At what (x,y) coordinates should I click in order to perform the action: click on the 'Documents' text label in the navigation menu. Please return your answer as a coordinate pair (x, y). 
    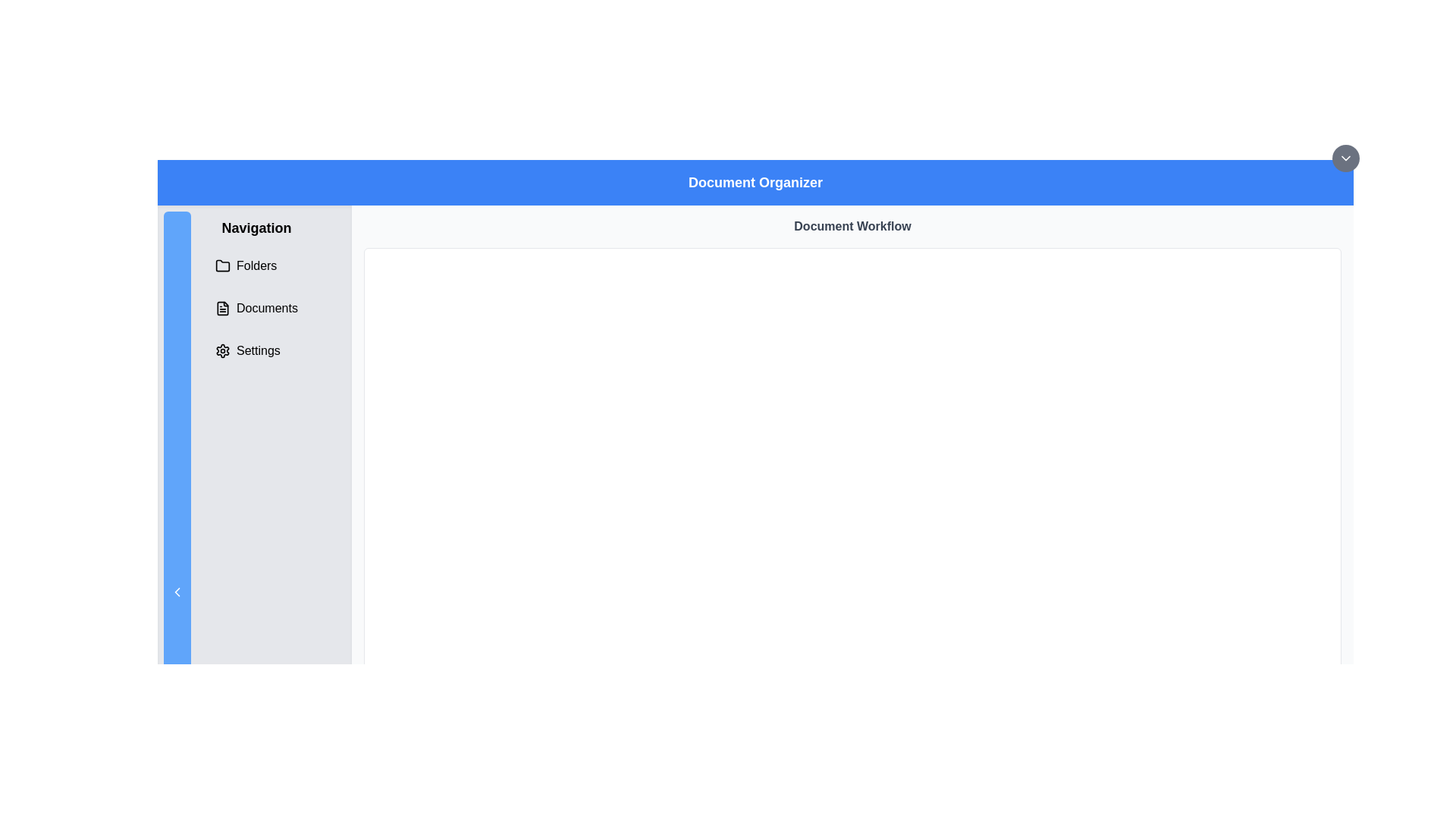
    Looking at the image, I should click on (267, 308).